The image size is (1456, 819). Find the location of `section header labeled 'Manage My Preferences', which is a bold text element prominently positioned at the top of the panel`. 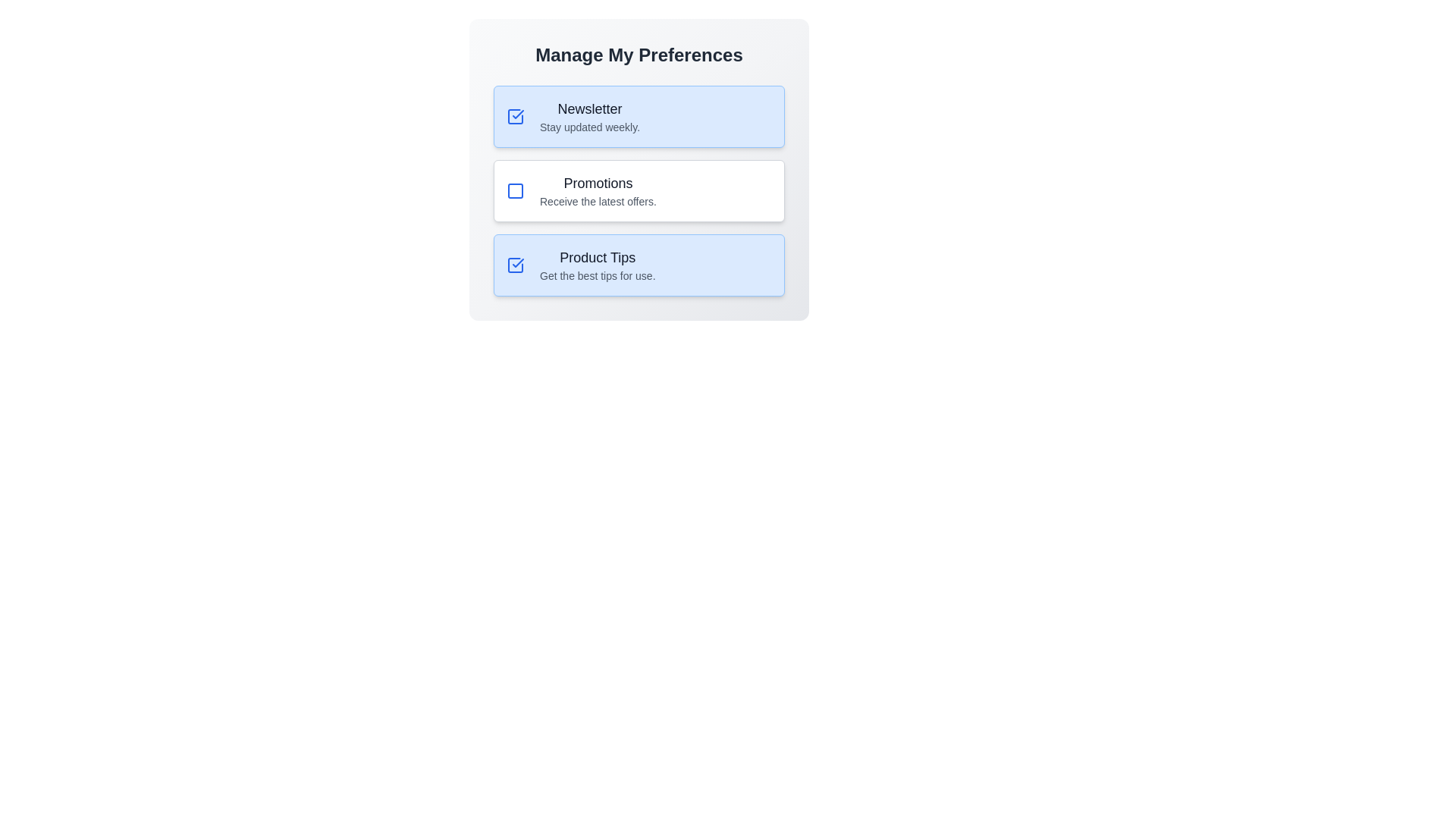

section header labeled 'Manage My Preferences', which is a bold text element prominently positioned at the top of the panel is located at coordinates (639, 55).